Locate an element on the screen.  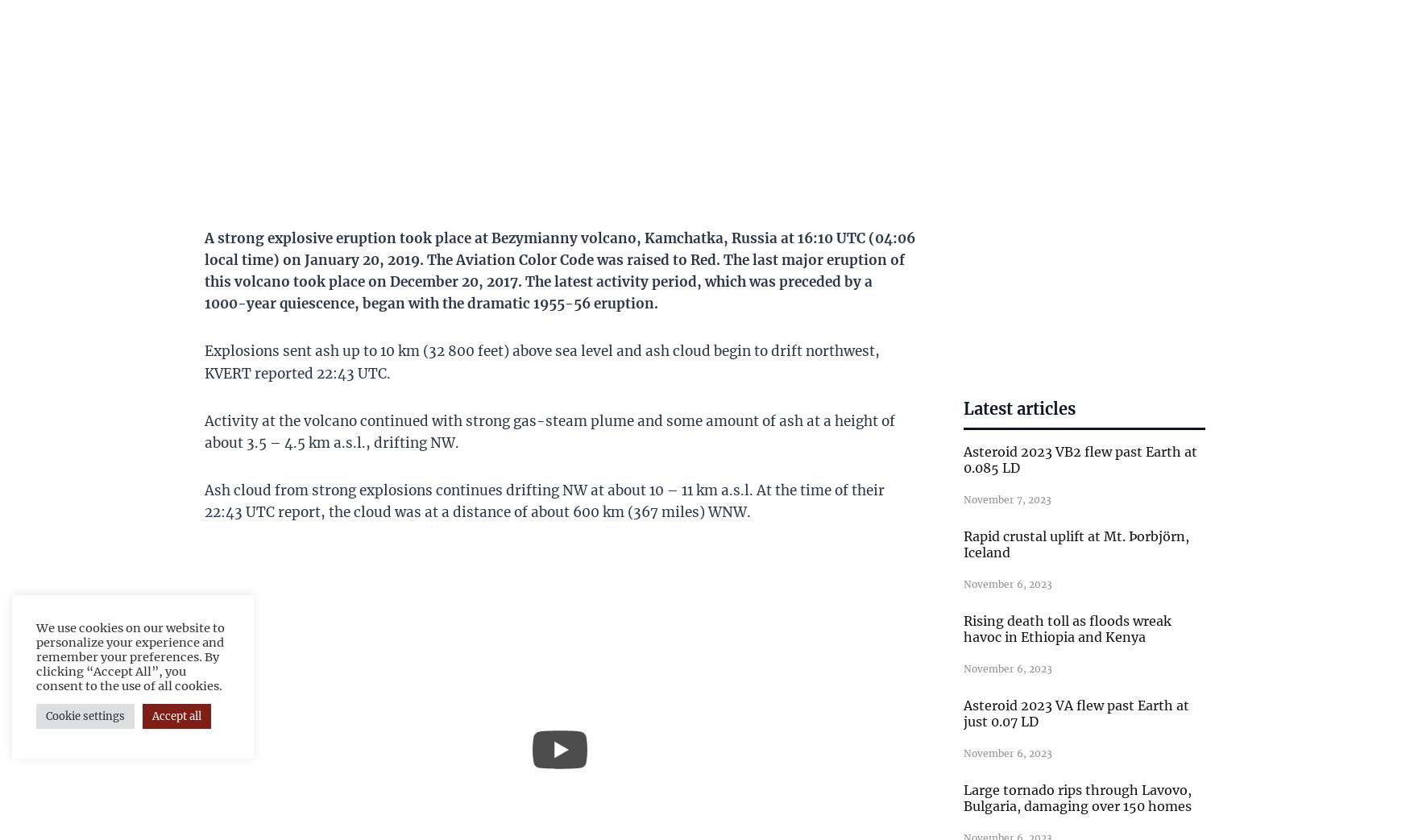
'Latest articles' is located at coordinates (1018, 407).